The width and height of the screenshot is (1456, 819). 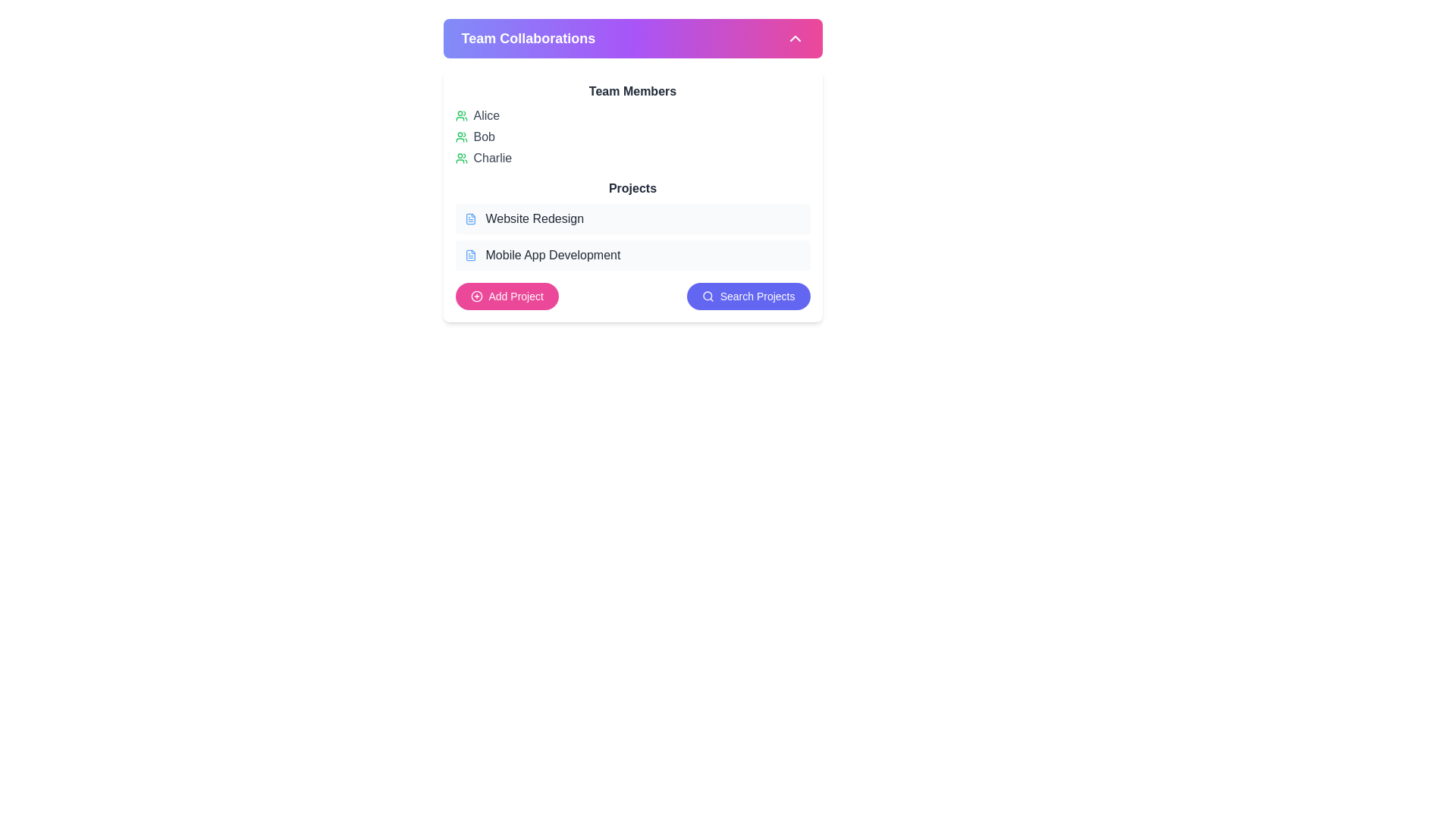 What do you see at coordinates (794, 37) in the screenshot?
I see `the upward-facing chevron arrow icon located in the top-right corner of the 'Team Collaborations' header` at bounding box center [794, 37].